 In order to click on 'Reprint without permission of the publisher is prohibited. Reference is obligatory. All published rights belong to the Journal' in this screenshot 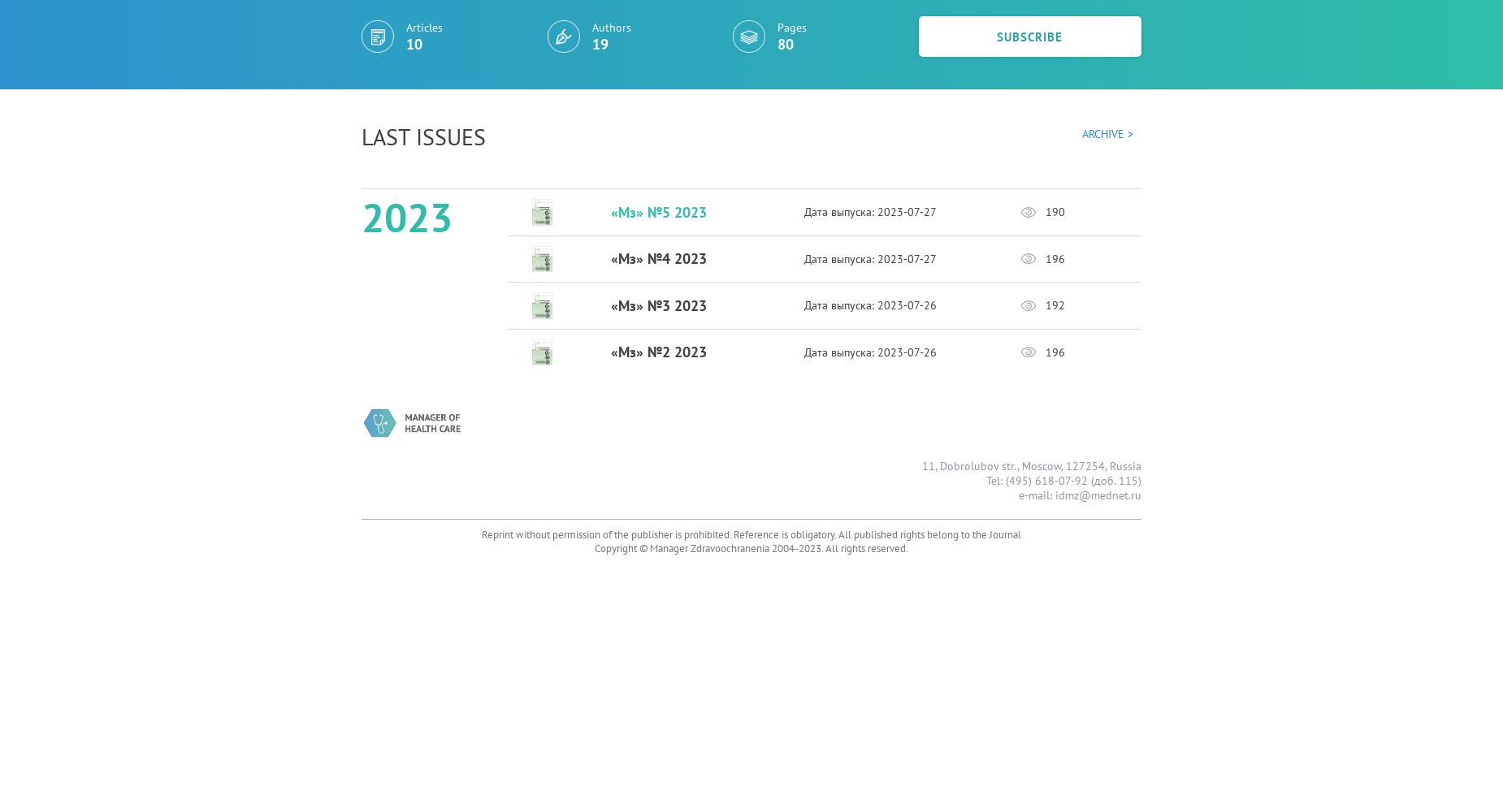, I will do `click(751, 534)`.